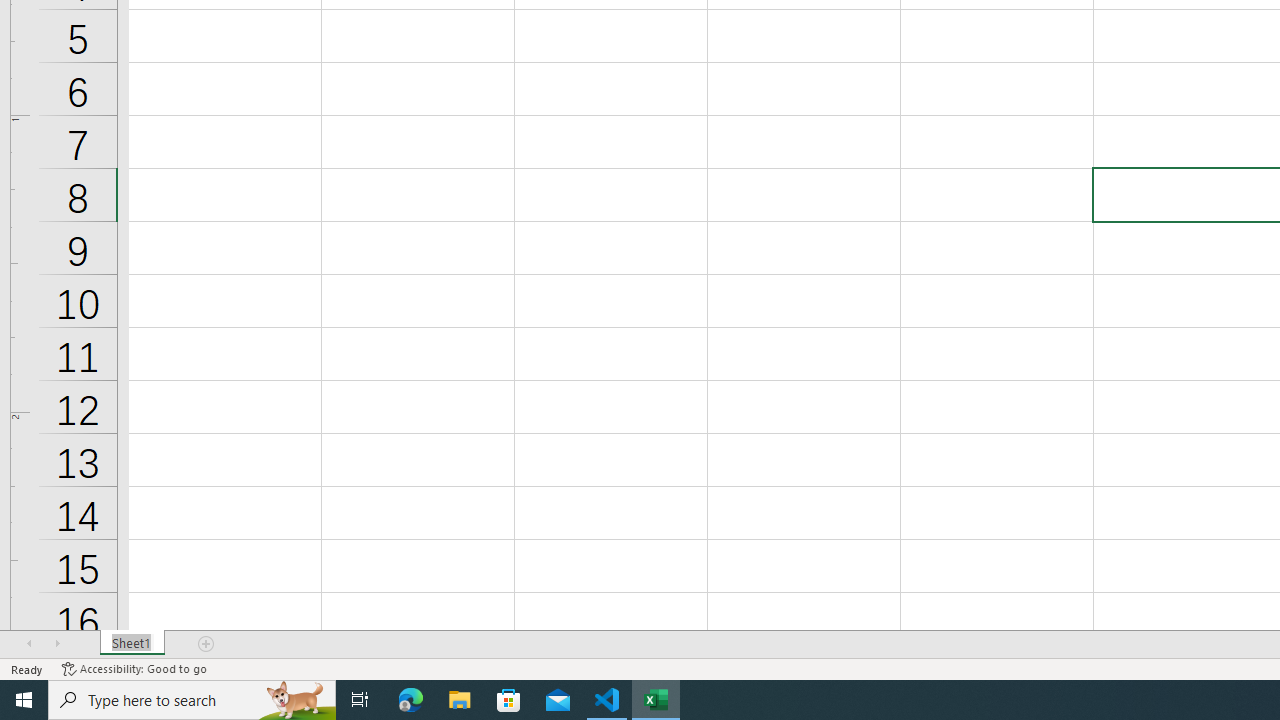 The height and width of the screenshot is (720, 1280). What do you see at coordinates (131, 644) in the screenshot?
I see `'Sheet Tab'` at bounding box center [131, 644].